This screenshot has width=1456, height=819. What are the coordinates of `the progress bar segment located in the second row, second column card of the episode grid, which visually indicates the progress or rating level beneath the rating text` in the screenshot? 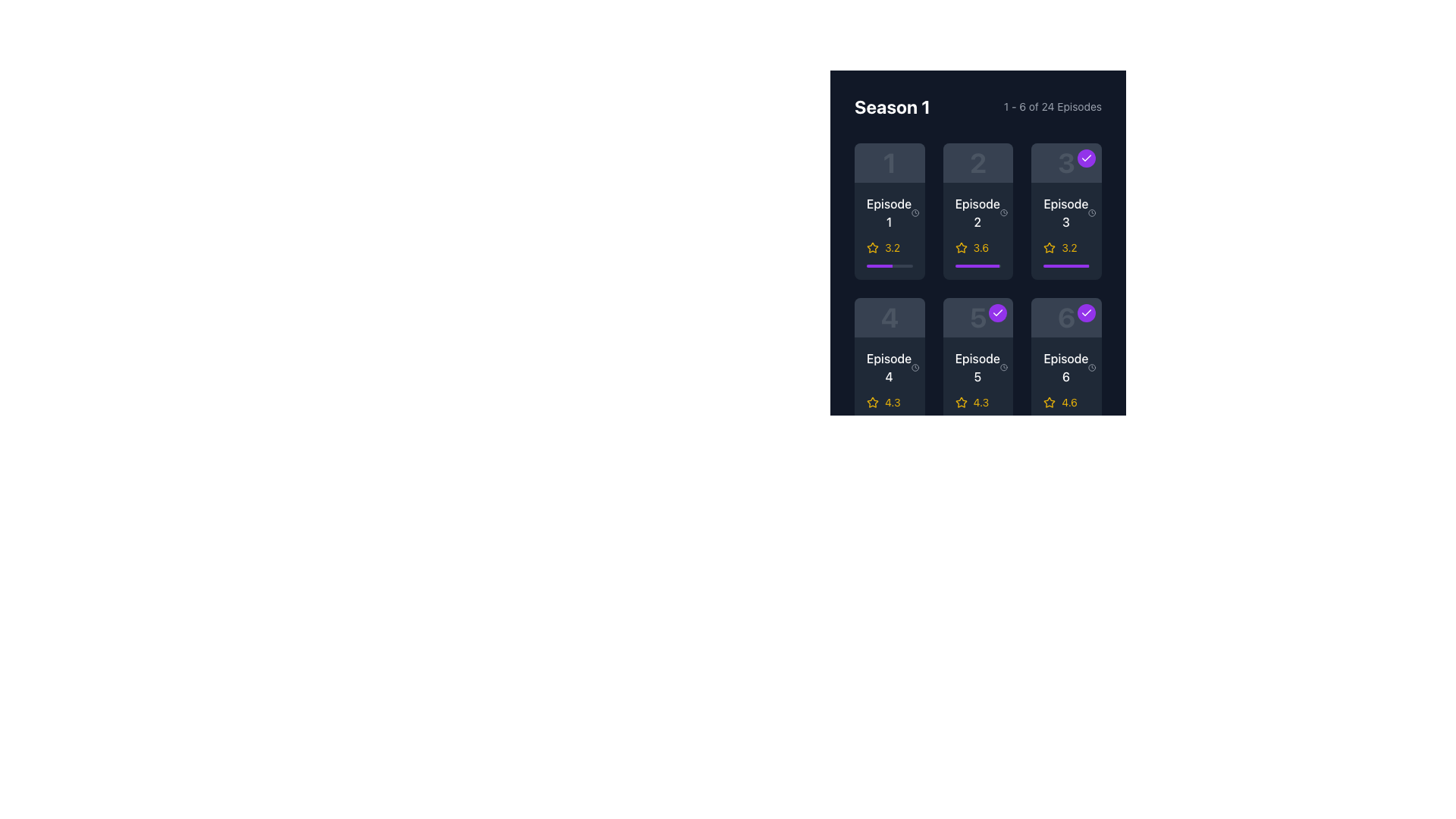 It's located at (977, 265).